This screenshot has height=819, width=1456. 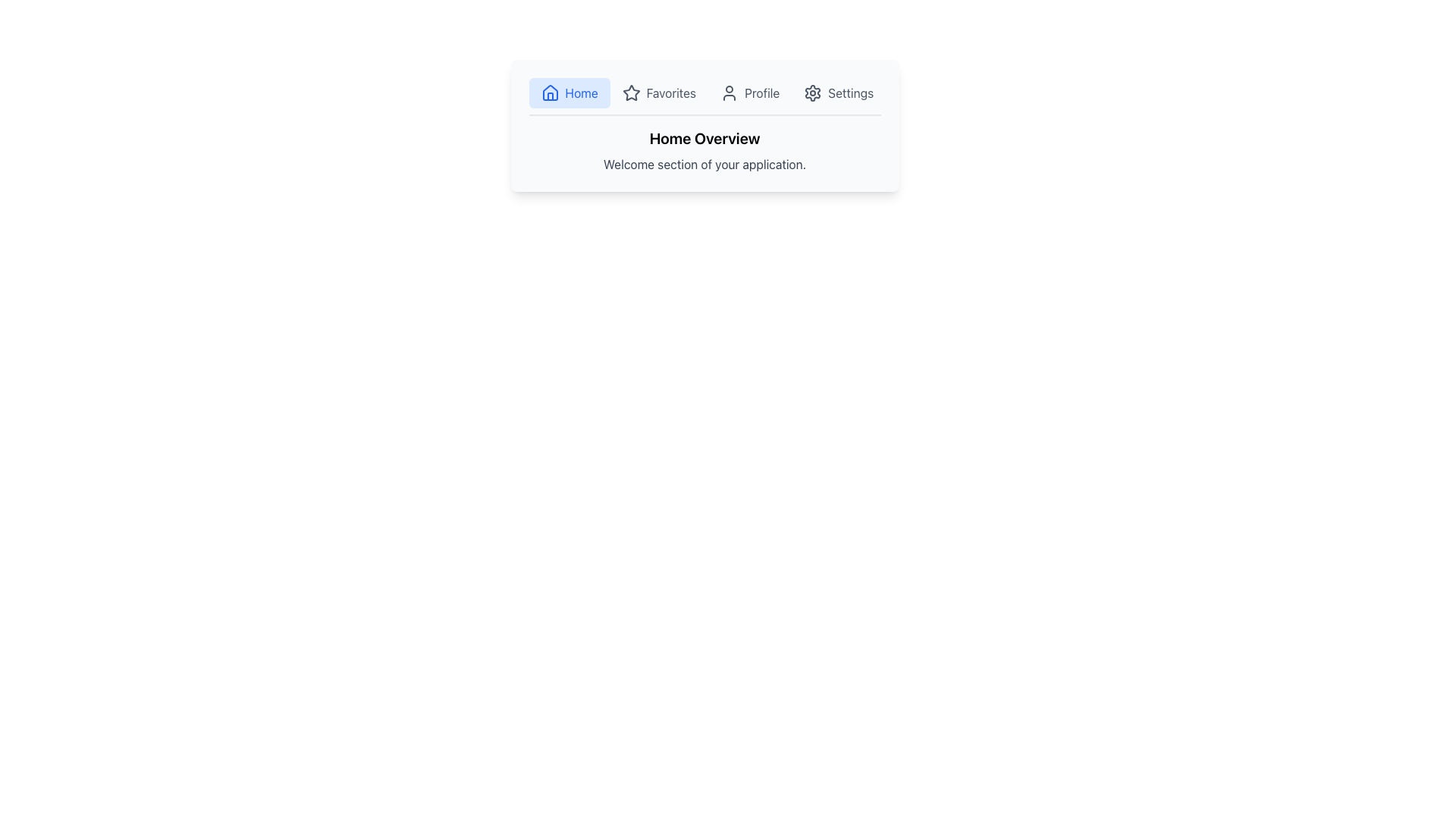 What do you see at coordinates (838, 93) in the screenshot?
I see `the 'Settings' button` at bounding box center [838, 93].